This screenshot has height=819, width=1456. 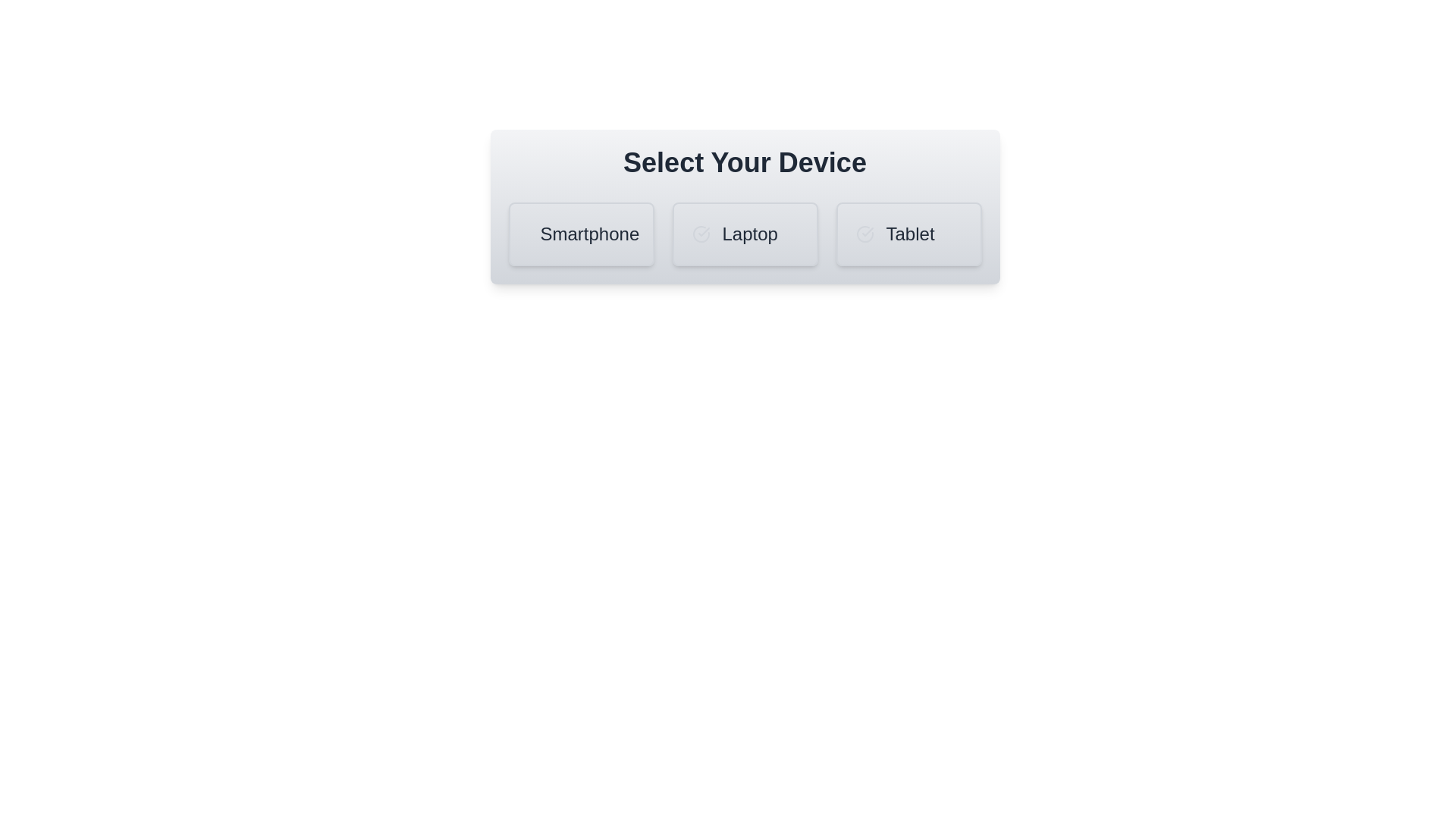 What do you see at coordinates (745, 207) in the screenshot?
I see `'Laptop' radio button located below the title 'Select Your Device', which is the second button in a horizontal layout of three buttons, positioned between the 'Smartphone' and 'Tablet' buttons` at bounding box center [745, 207].